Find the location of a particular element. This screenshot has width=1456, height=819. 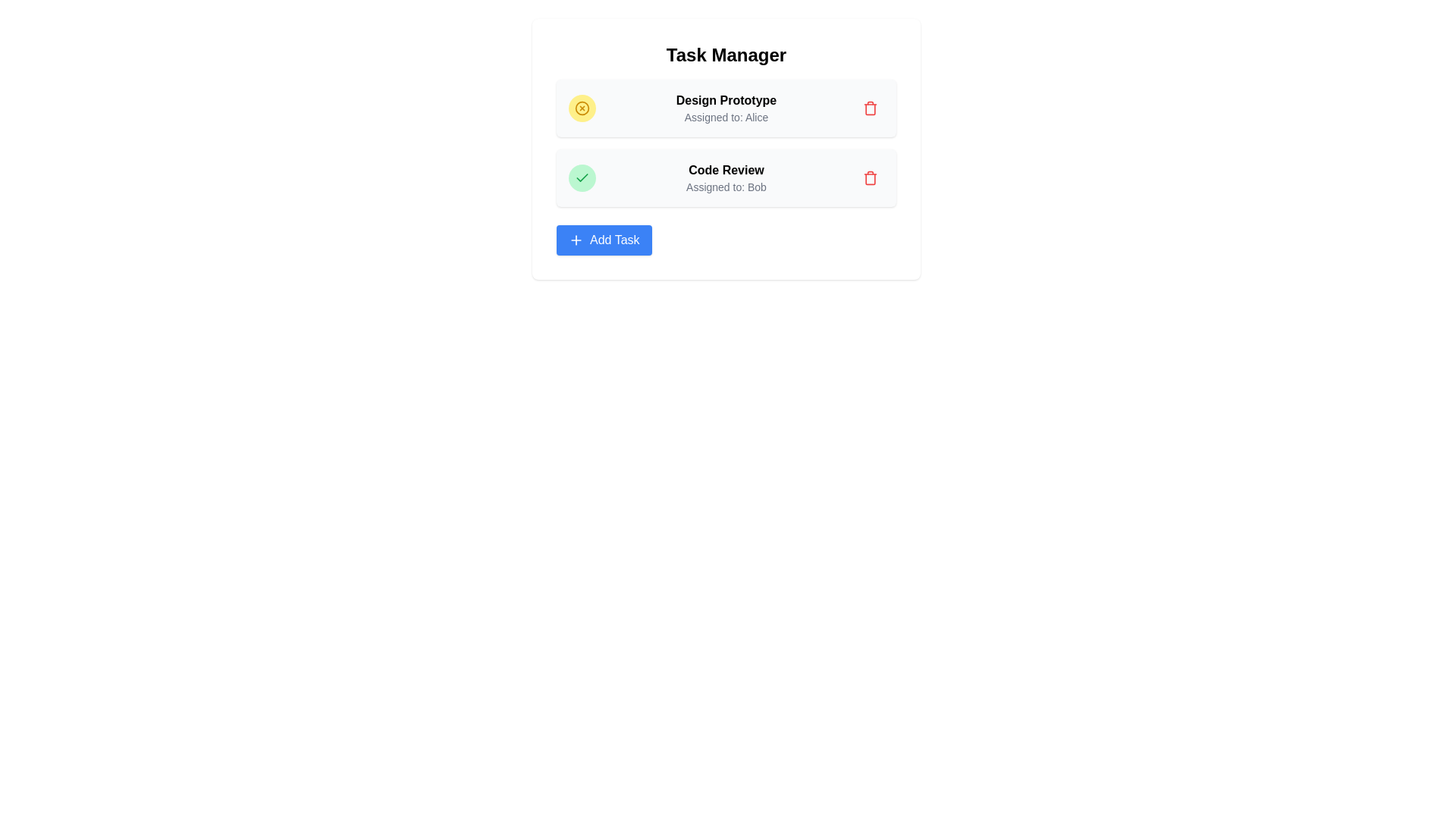

the circular green icon button with a checkmark symbol located in the left part of the 'Code Review' task box is located at coordinates (582, 177).